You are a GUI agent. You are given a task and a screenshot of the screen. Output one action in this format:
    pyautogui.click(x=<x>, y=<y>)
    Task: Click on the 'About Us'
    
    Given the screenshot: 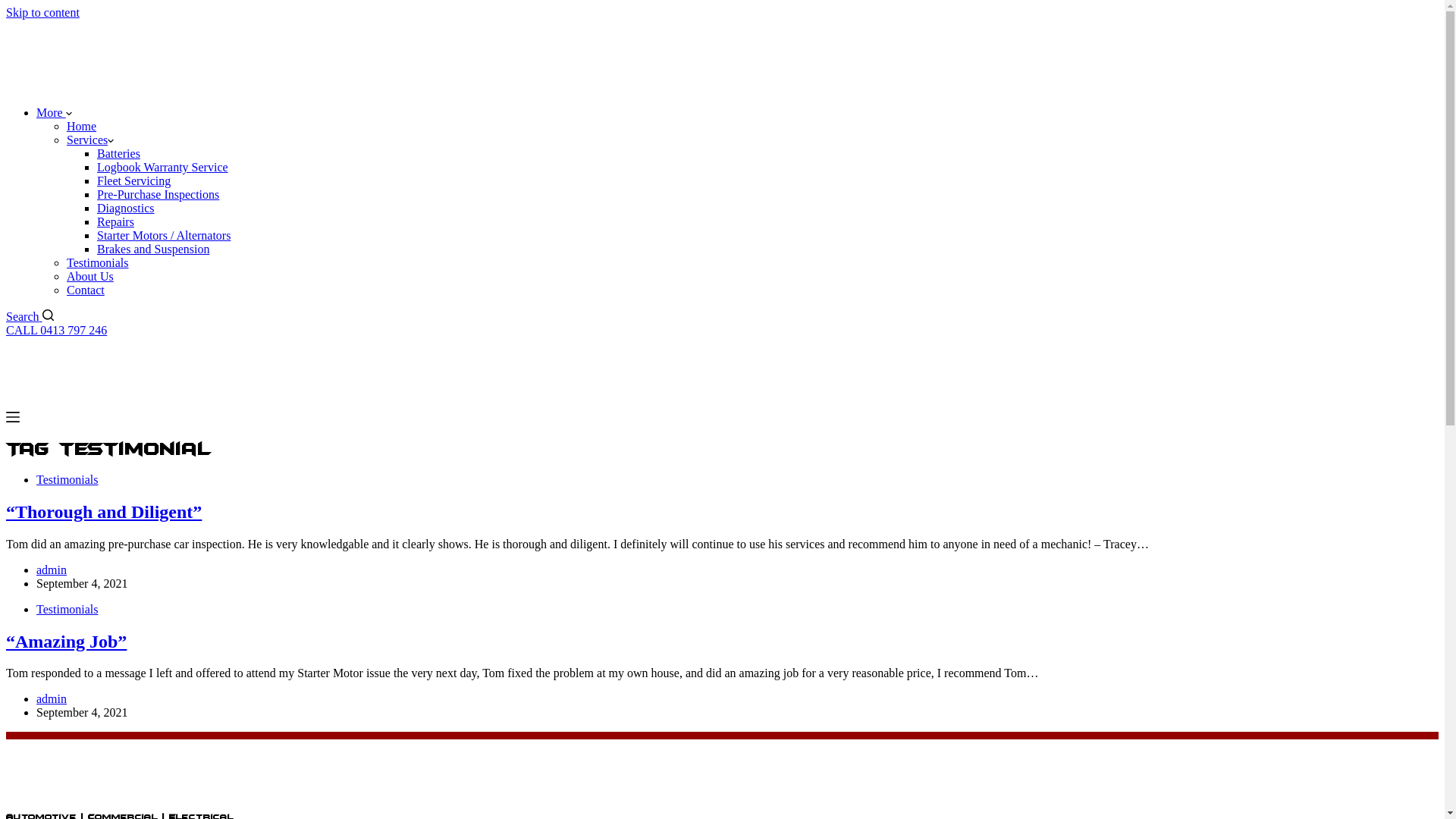 What is the action you would take?
    pyautogui.click(x=89, y=276)
    